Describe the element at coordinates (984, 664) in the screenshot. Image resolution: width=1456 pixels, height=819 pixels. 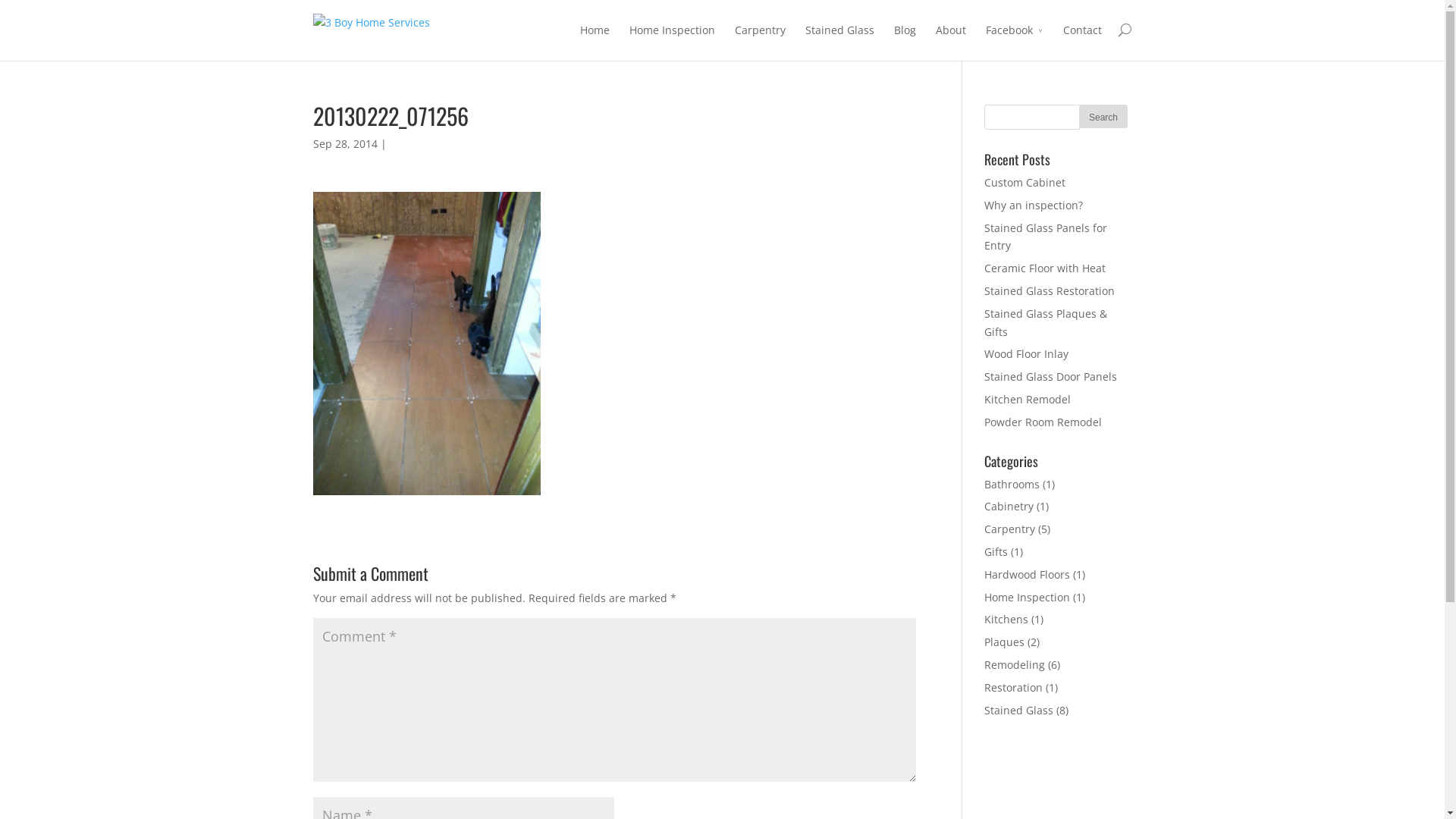
I see `'Remodeling'` at that location.